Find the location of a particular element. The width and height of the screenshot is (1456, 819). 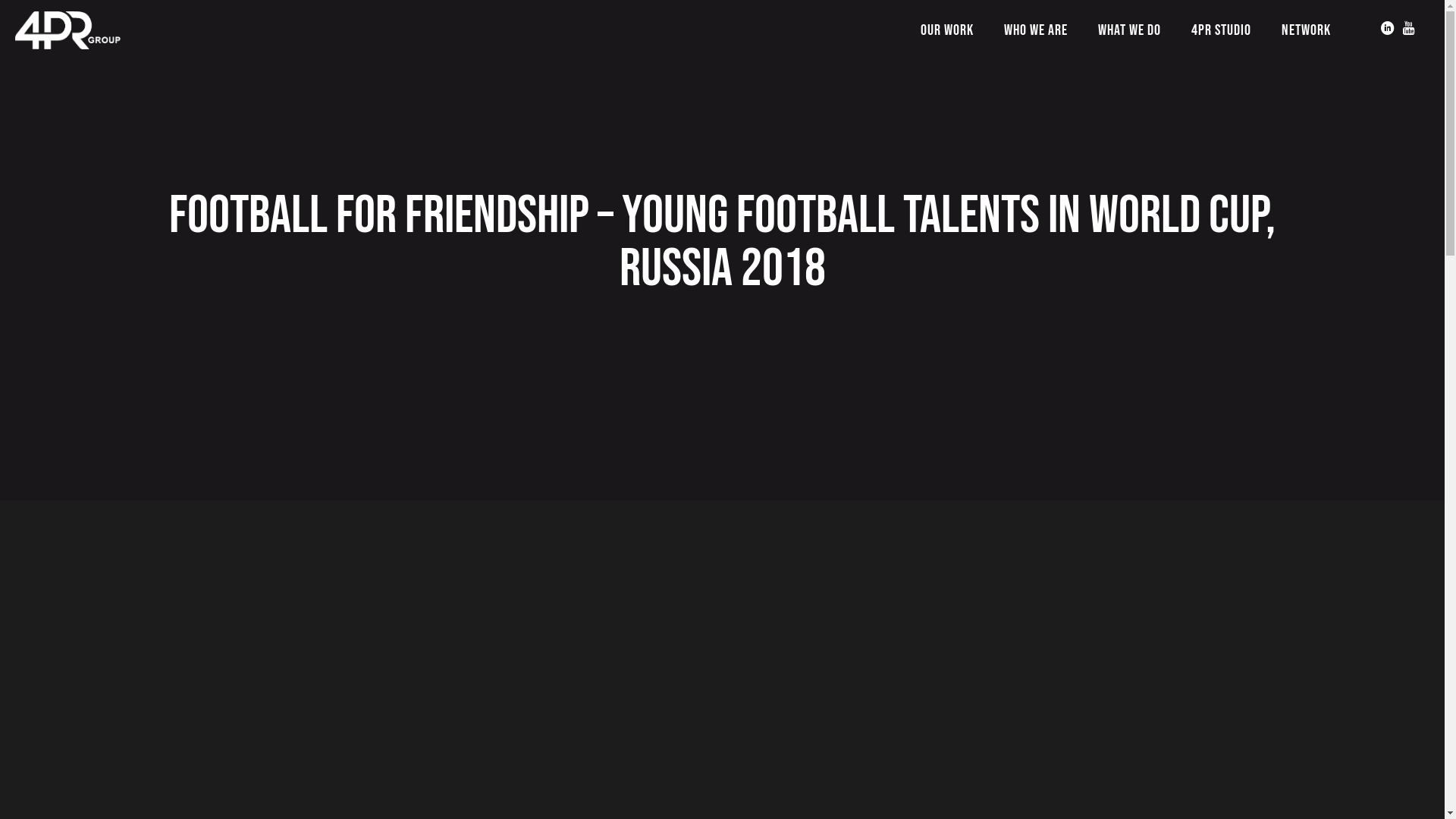

'4PR STUDIO' is located at coordinates (1221, 30).